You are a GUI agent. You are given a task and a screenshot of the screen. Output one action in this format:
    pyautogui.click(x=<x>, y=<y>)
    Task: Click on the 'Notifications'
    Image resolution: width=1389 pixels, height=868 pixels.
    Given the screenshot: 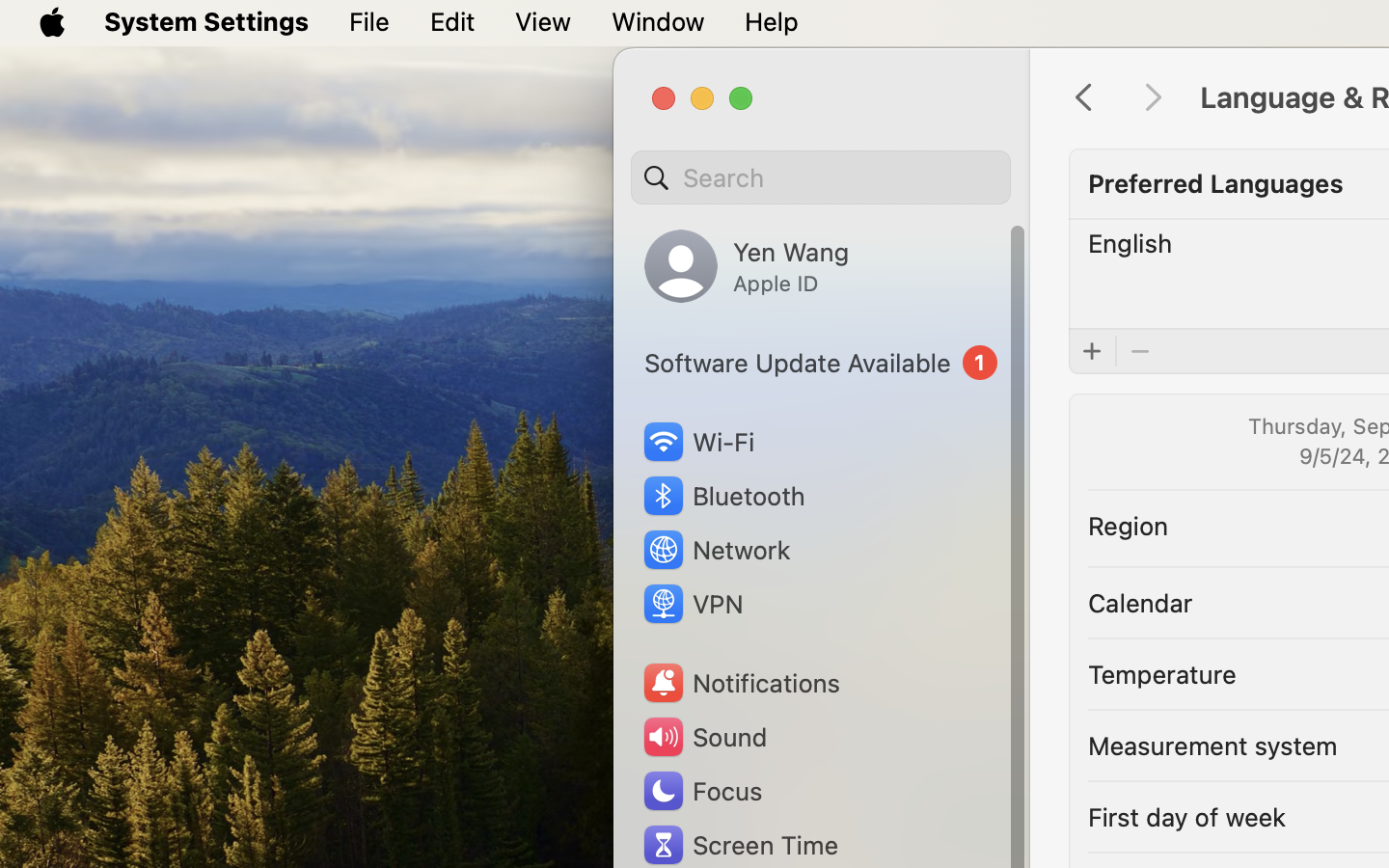 What is the action you would take?
    pyautogui.click(x=739, y=682)
    